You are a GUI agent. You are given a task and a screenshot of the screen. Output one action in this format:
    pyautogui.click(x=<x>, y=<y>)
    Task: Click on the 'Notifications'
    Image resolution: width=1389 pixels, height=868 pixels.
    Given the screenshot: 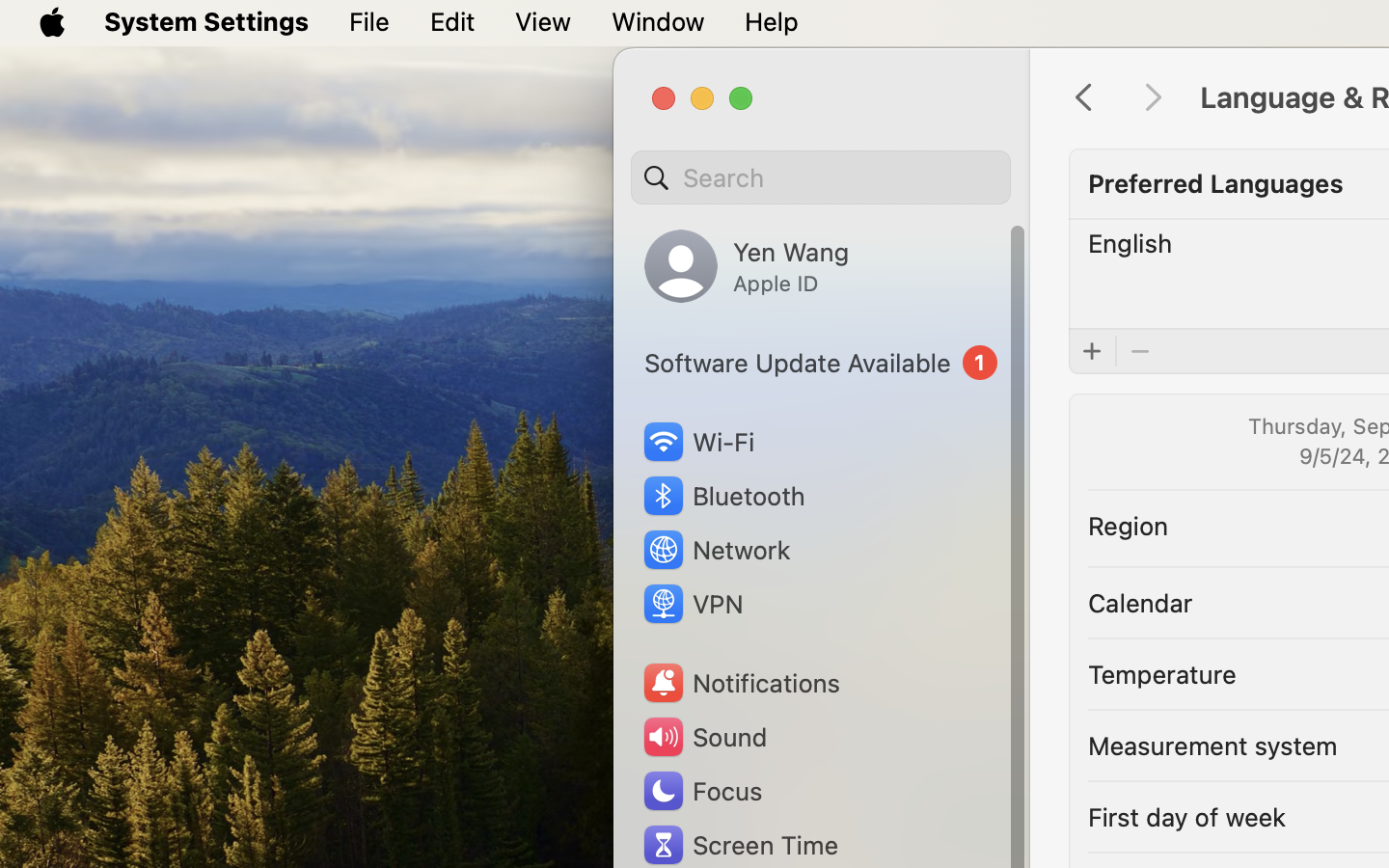 What is the action you would take?
    pyautogui.click(x=739, y=682)
    